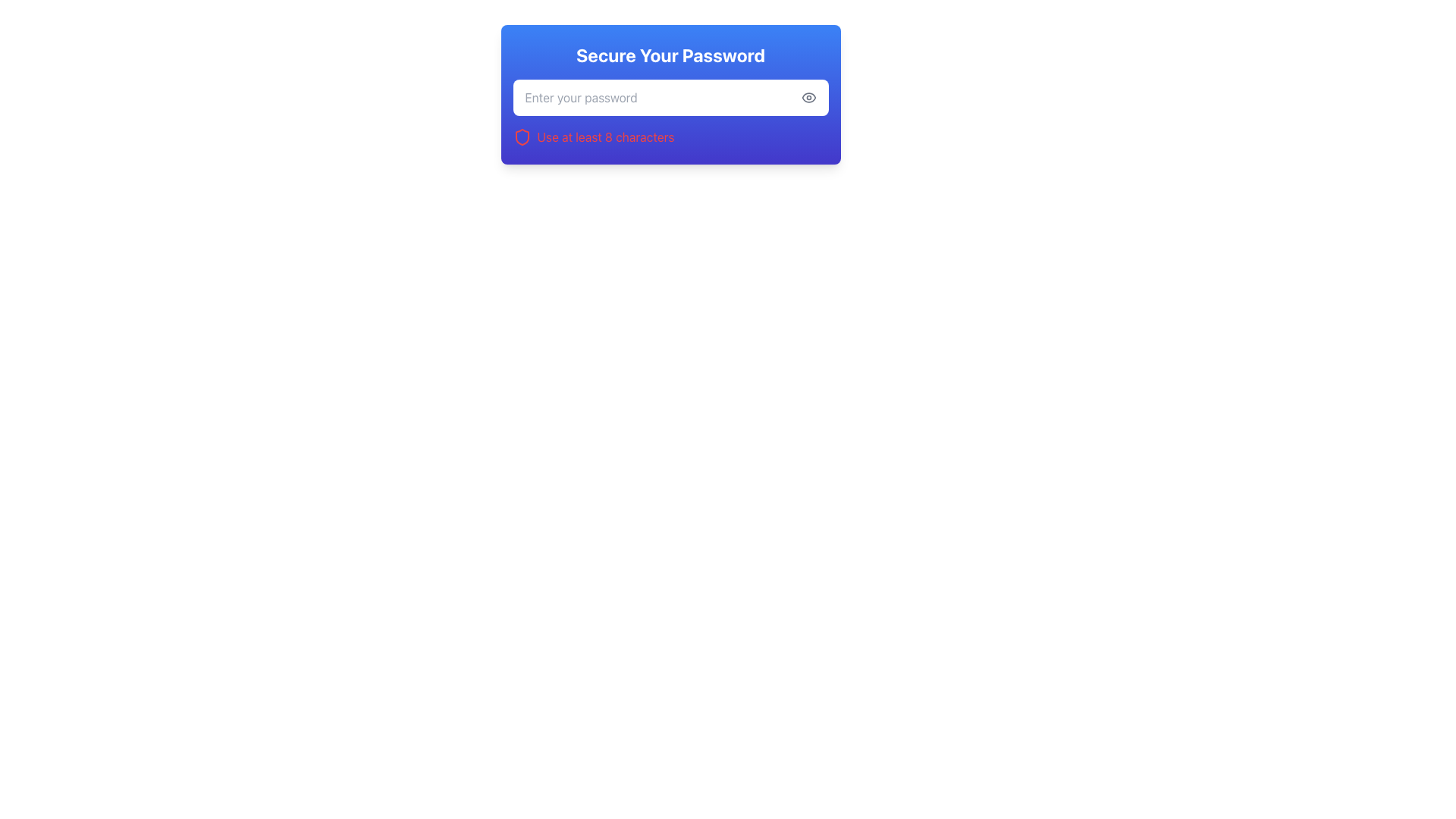 The width and height of the screenshot is (1456, 819). I want to click on the bold and large text heading displaying 'Secure Your Password' with a blue background, positioned above the input field within the blue card interface, so click(670, 55).